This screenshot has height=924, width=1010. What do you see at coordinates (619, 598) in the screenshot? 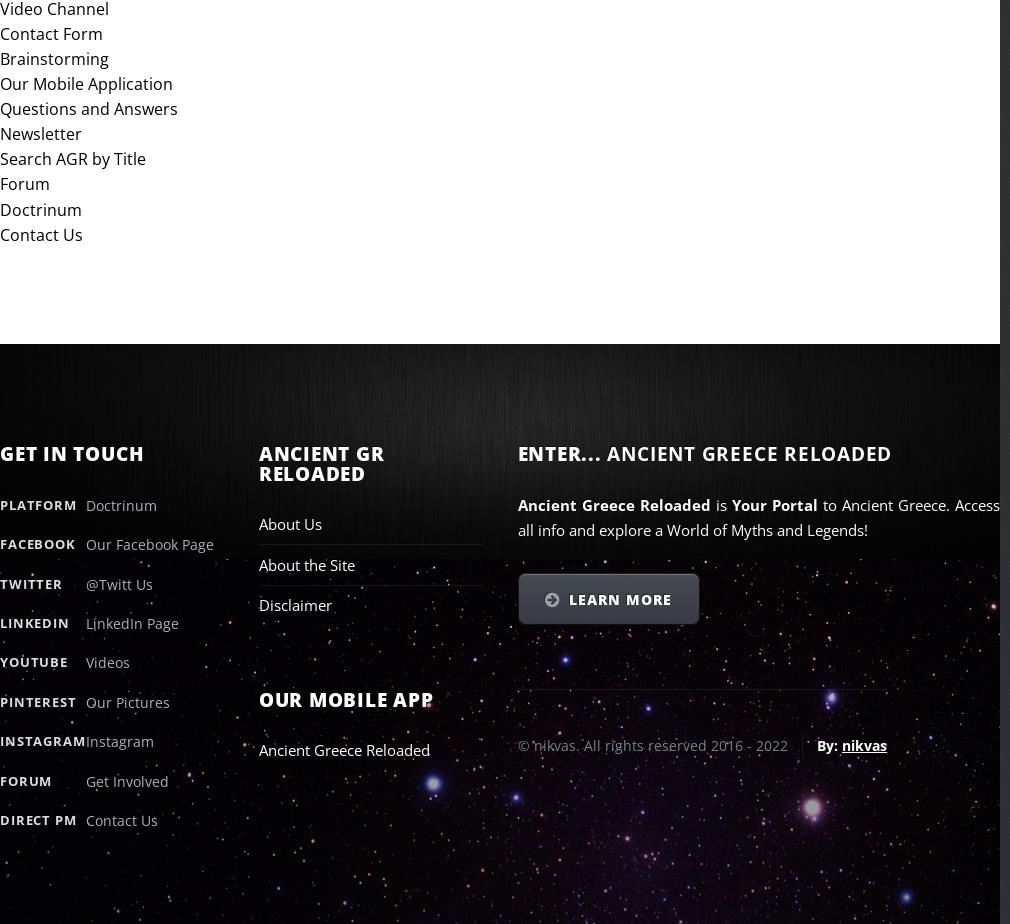
I see `'Learn More'` at bounding box center [619, 598].